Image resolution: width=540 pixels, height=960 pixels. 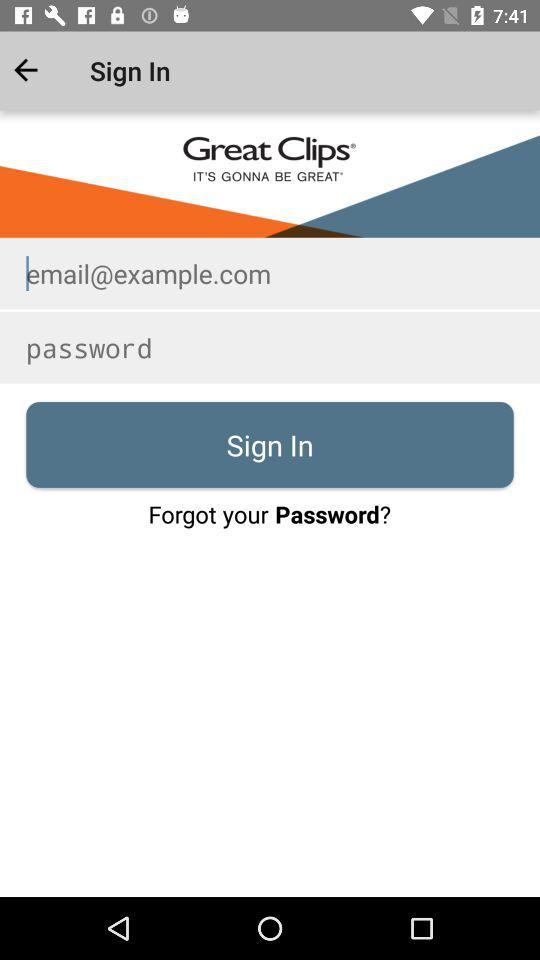 I want to click on email, so click(x=270, y=272).